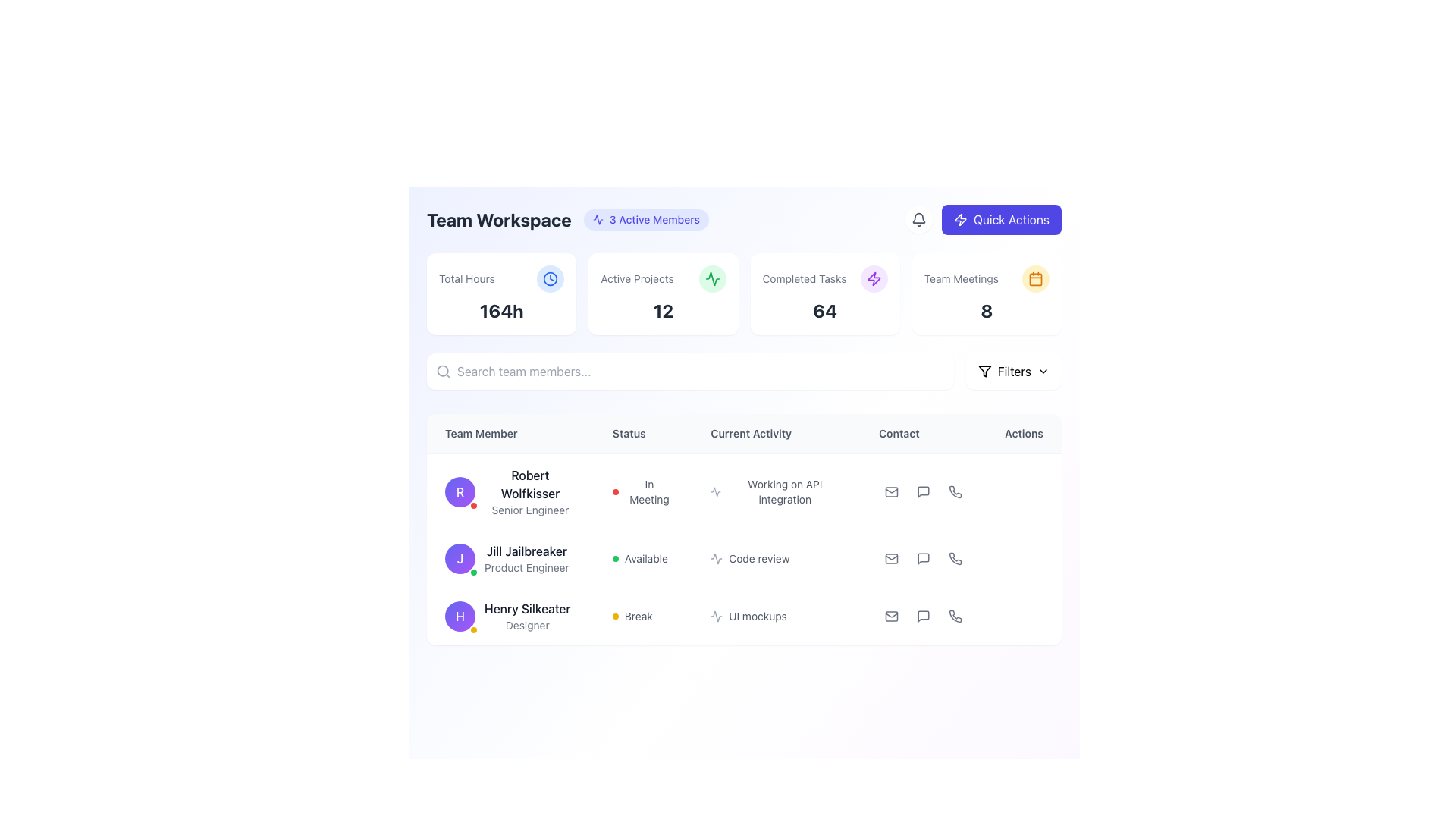 The height and width of the screenshot is (819, 1456). I want to click on the mail icon in the row associated with the user 'Jill Jailbreaker', so click(892, 558).